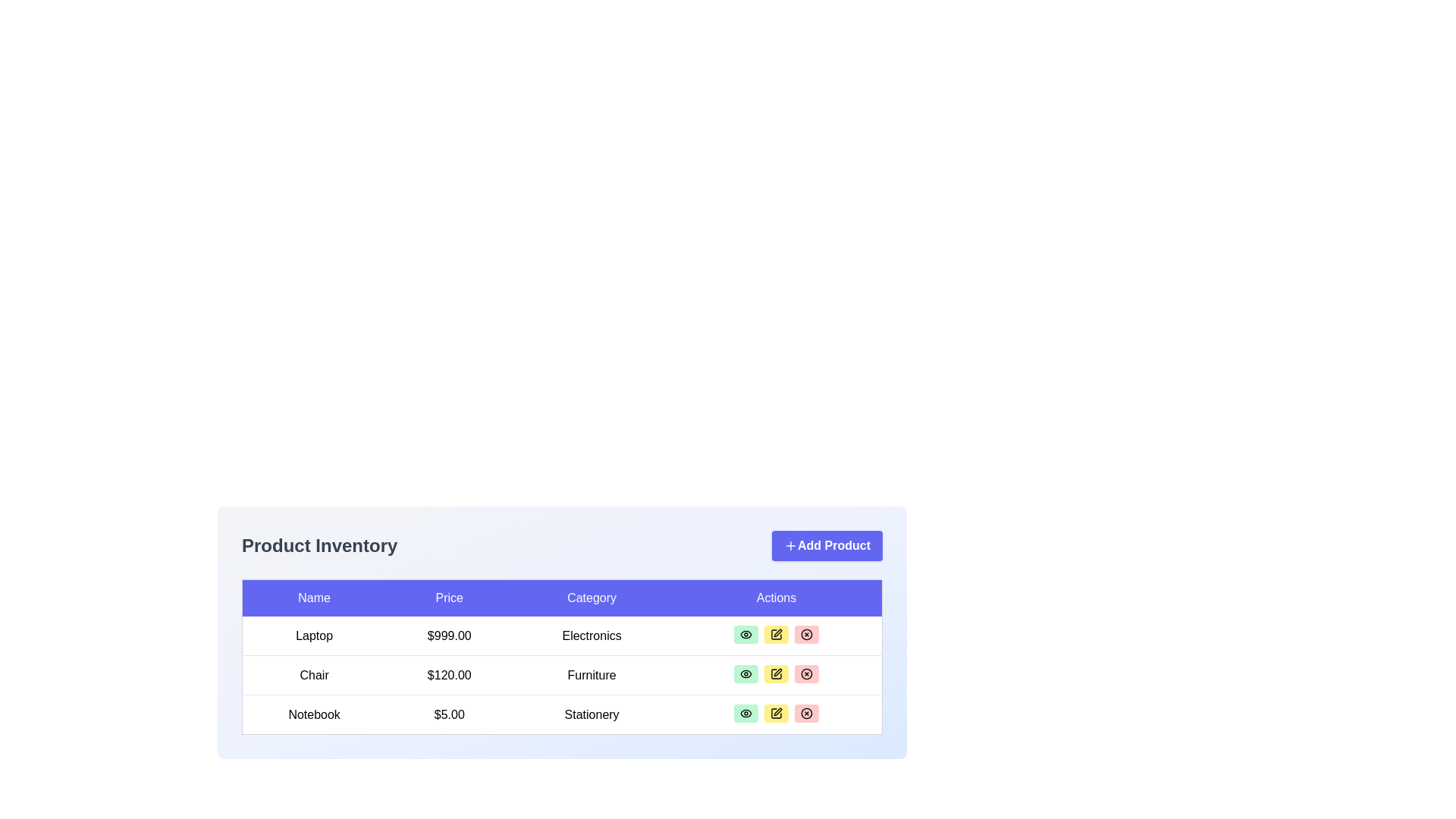 Image resolution: width=1456 pixels, height=819 pixels. I want to click on the text element displaying the dollar value '$5.00' located in the second column of the table under the 'Price' header, aligned with the row containing 'Notebook', so click(448, 714).